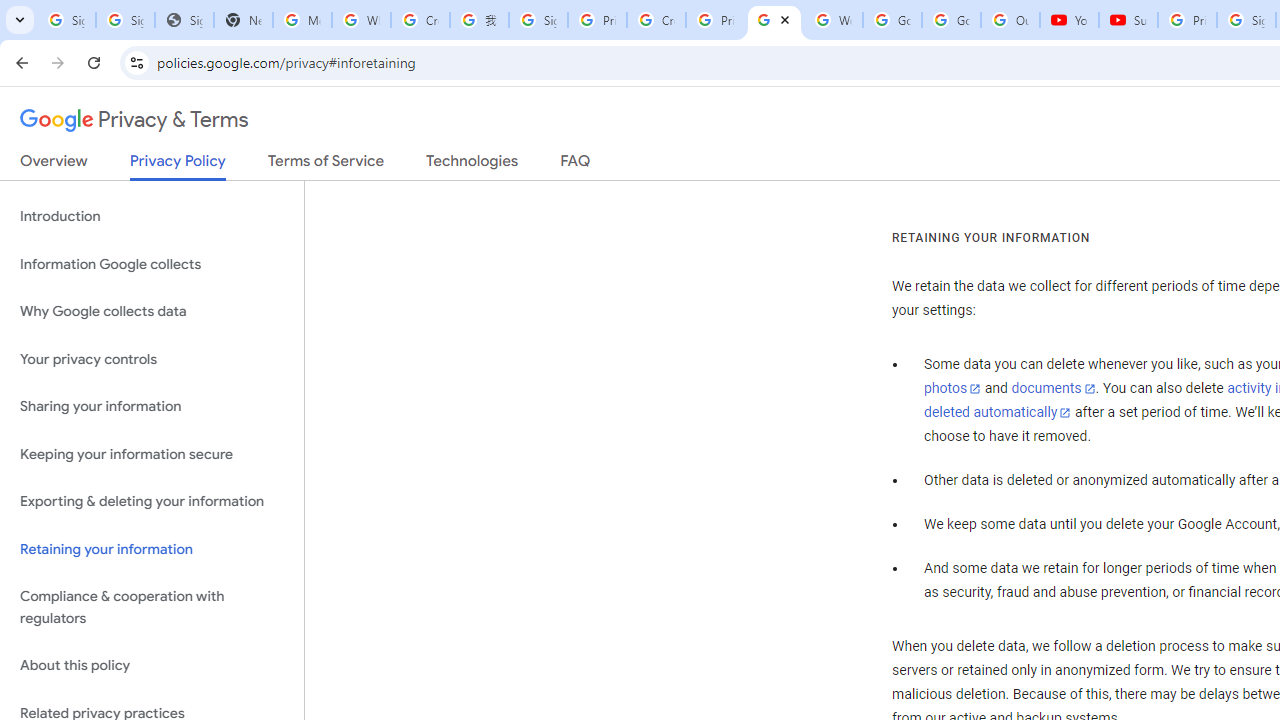  I want to click on 'Sign in - Google Accounts', so click(538, 20).